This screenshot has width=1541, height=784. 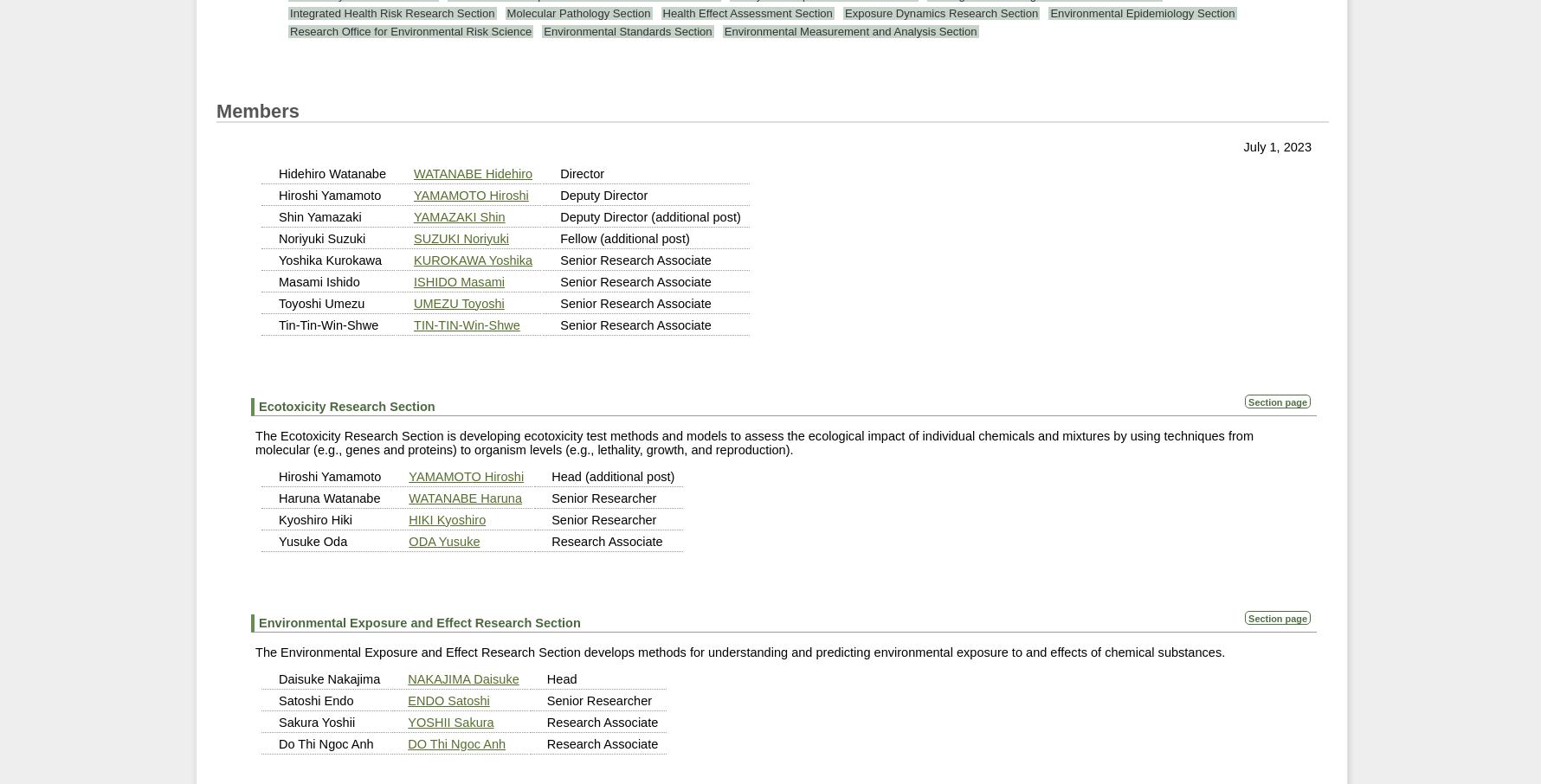 I want to click on 'Daisuke Nakajima', so click(x=328, y=678).